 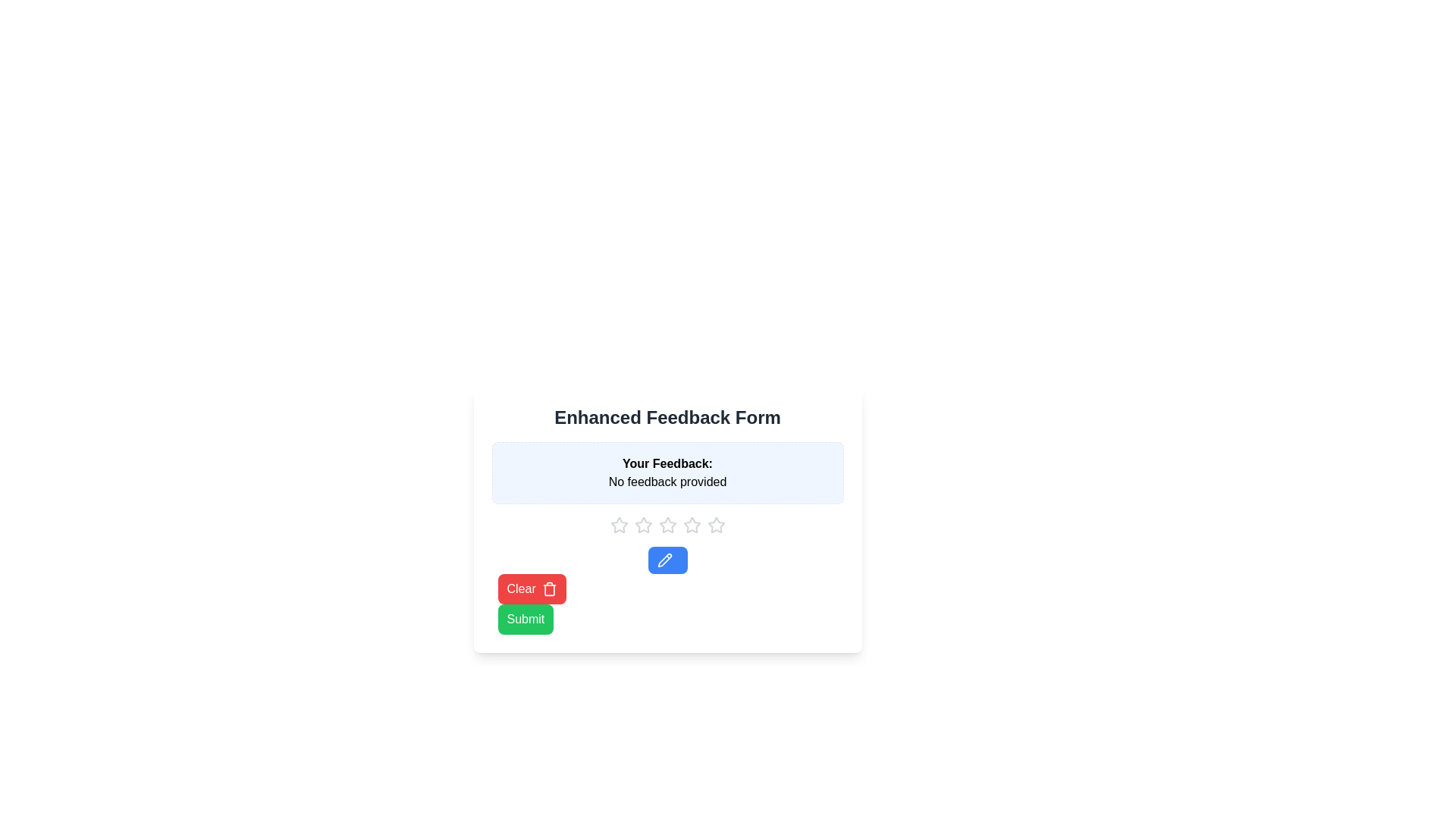 I want to click on the trash can icon located centrally within the red 'Clear' button, so click(x=548, y=588).